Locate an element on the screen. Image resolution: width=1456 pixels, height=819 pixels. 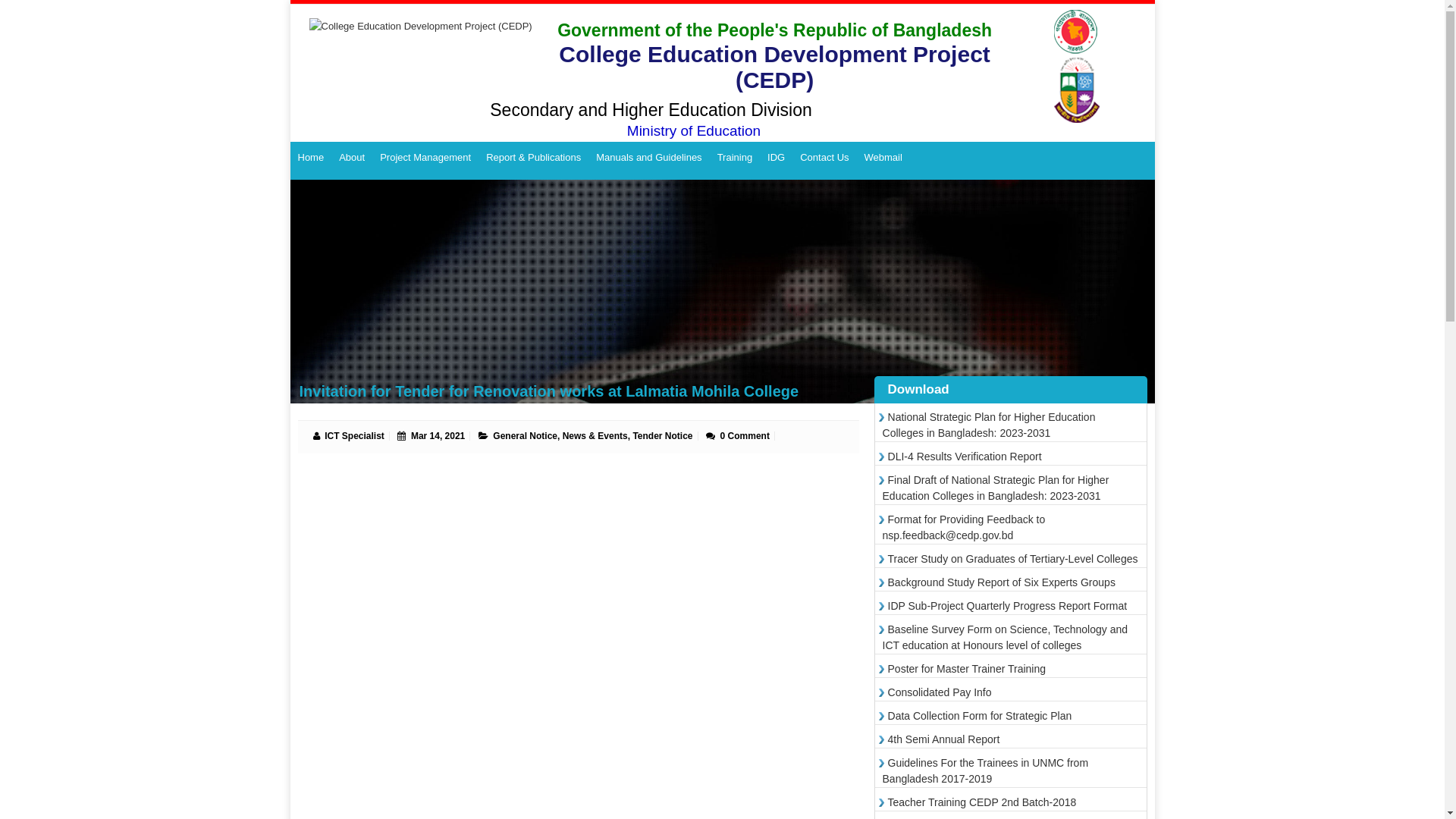
'Consolidated Pay Info' is located at coordinates (937, 692).